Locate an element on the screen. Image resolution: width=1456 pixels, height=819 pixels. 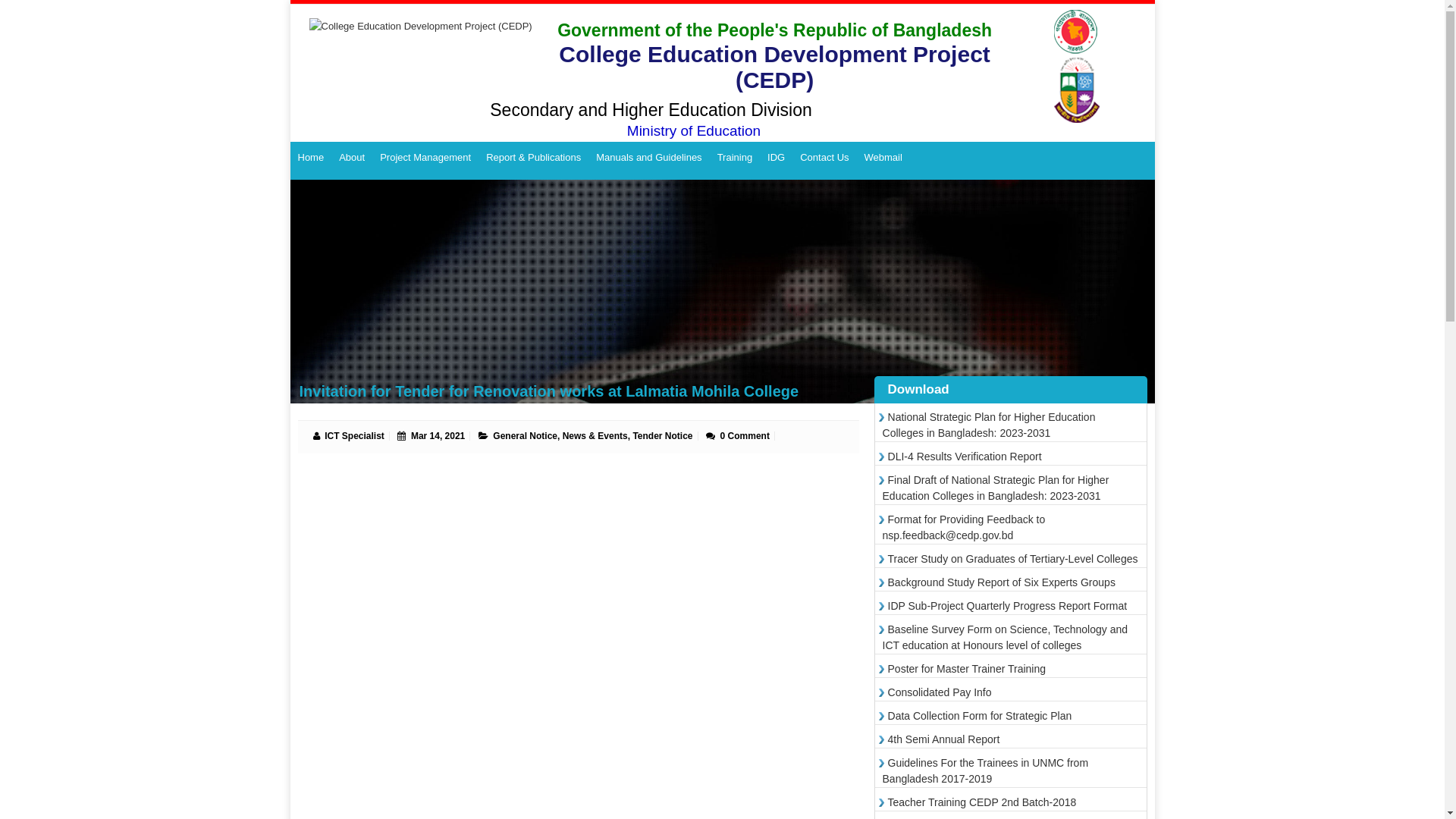
'Consolidated Pay Info' is located at coordinates (937, 692).